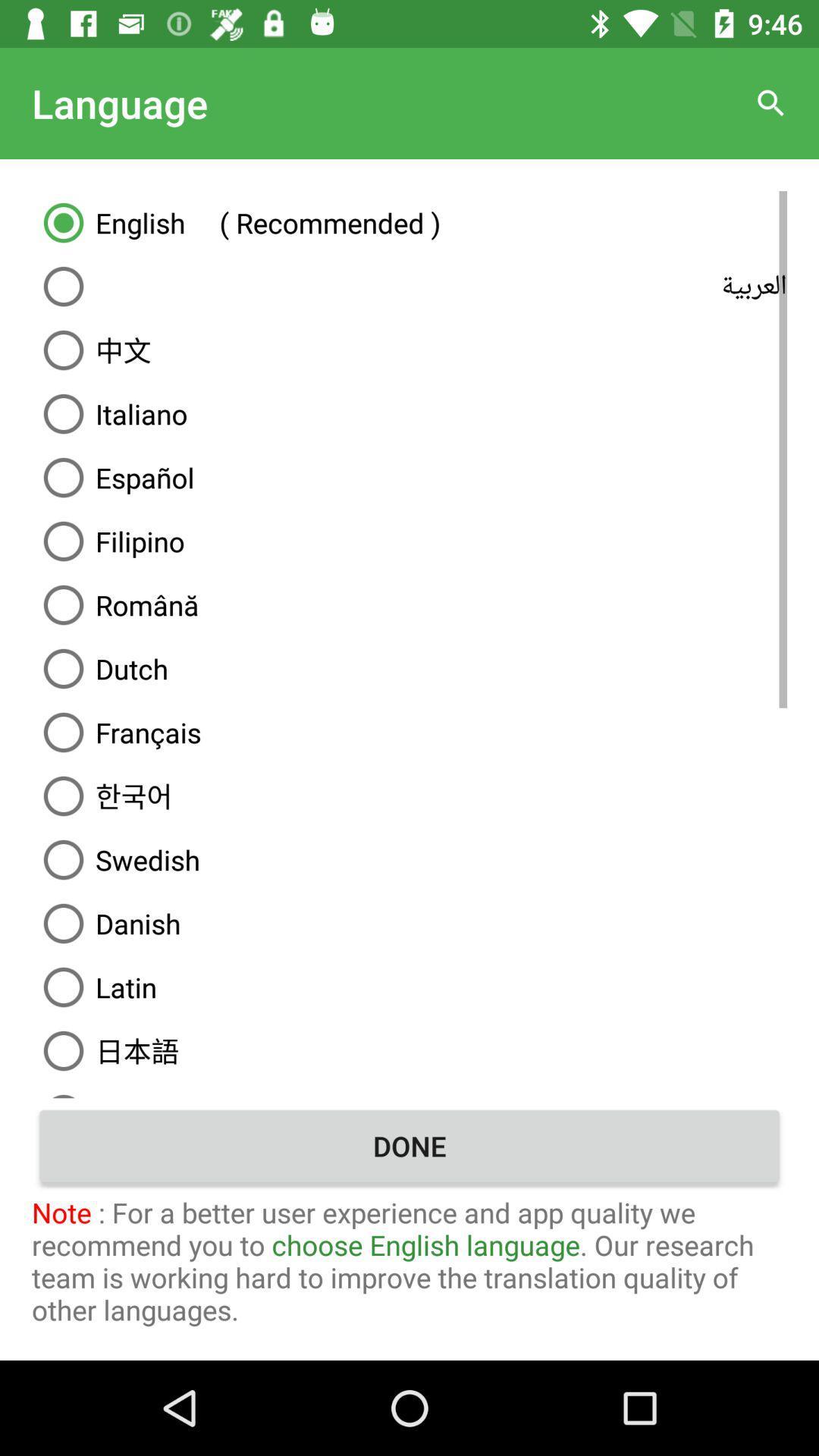 The image size is (819, 1456). What do you see at coordinates (409, 732) in the screenshot?
I see `the option below dutch` at bounding box center [409, 732].